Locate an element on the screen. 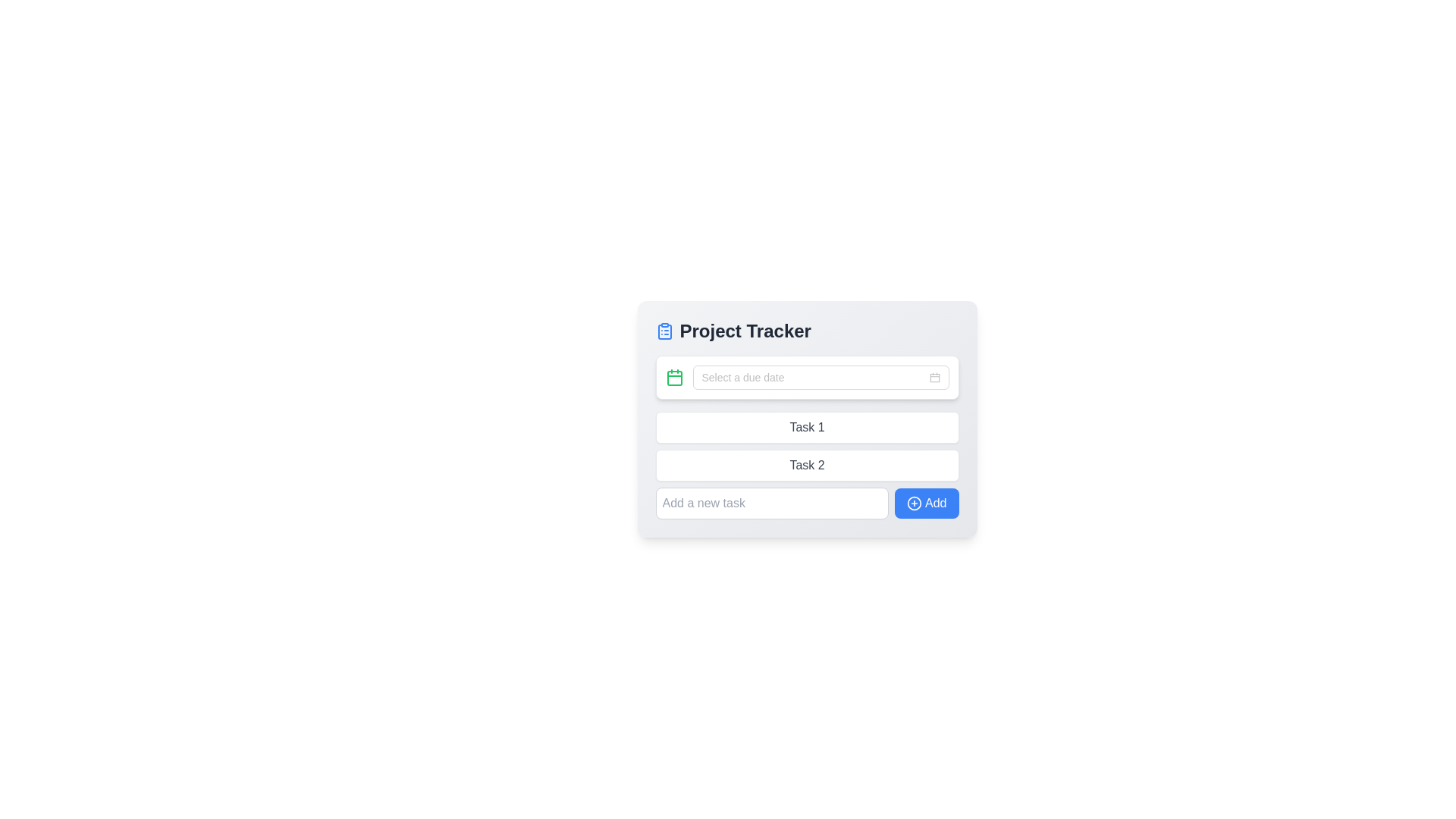 This screenshot has height=819, width=1456. the Text Display Box displaying 'Task 1' located between the 'Select a due date' input field and the 'Task 2' box in the project tracker widget is located at coordinates (806, 419).